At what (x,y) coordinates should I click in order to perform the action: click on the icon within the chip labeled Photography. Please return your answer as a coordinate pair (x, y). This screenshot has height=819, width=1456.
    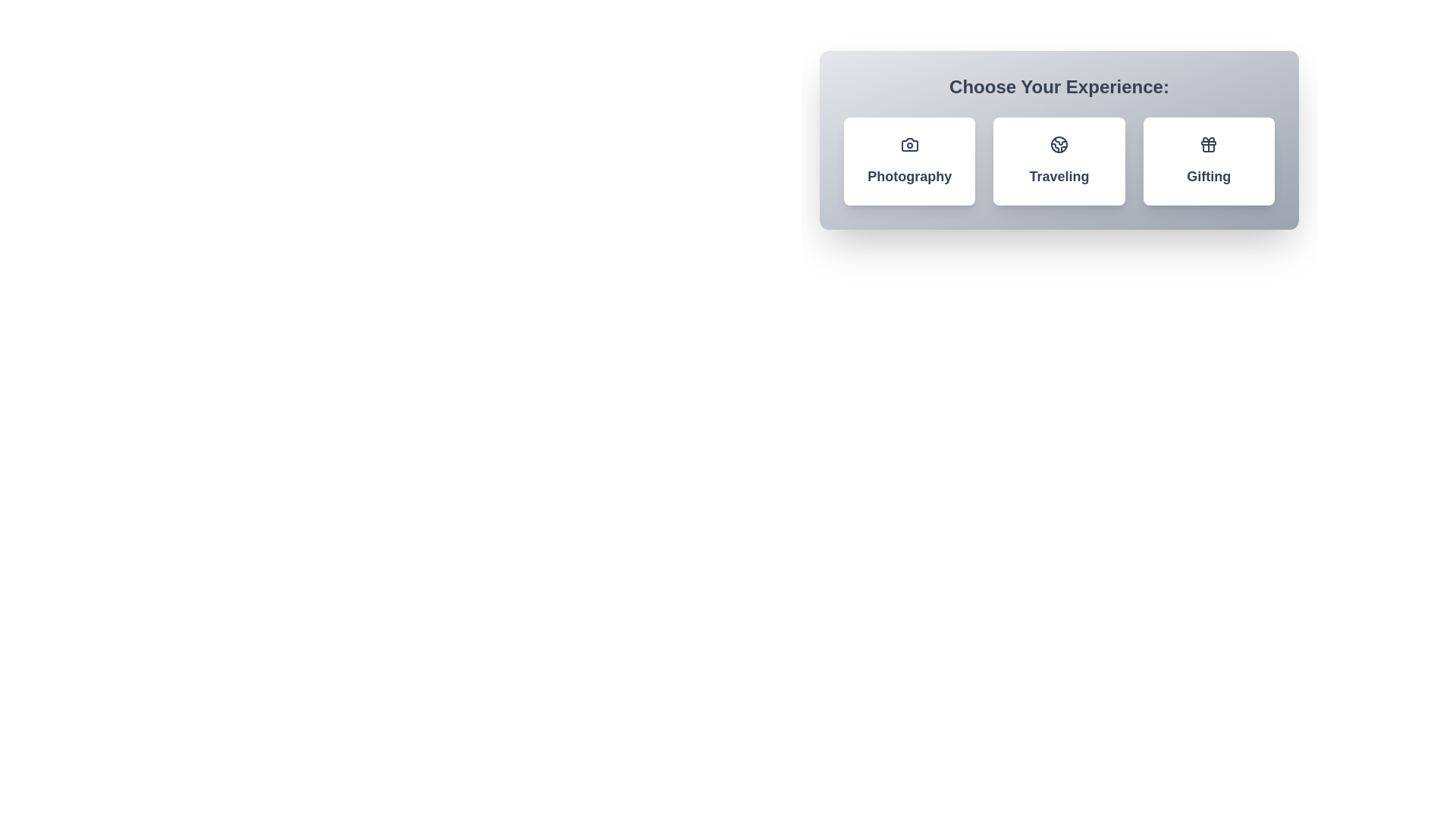
    Looking at the image, I should click on (909, 145).